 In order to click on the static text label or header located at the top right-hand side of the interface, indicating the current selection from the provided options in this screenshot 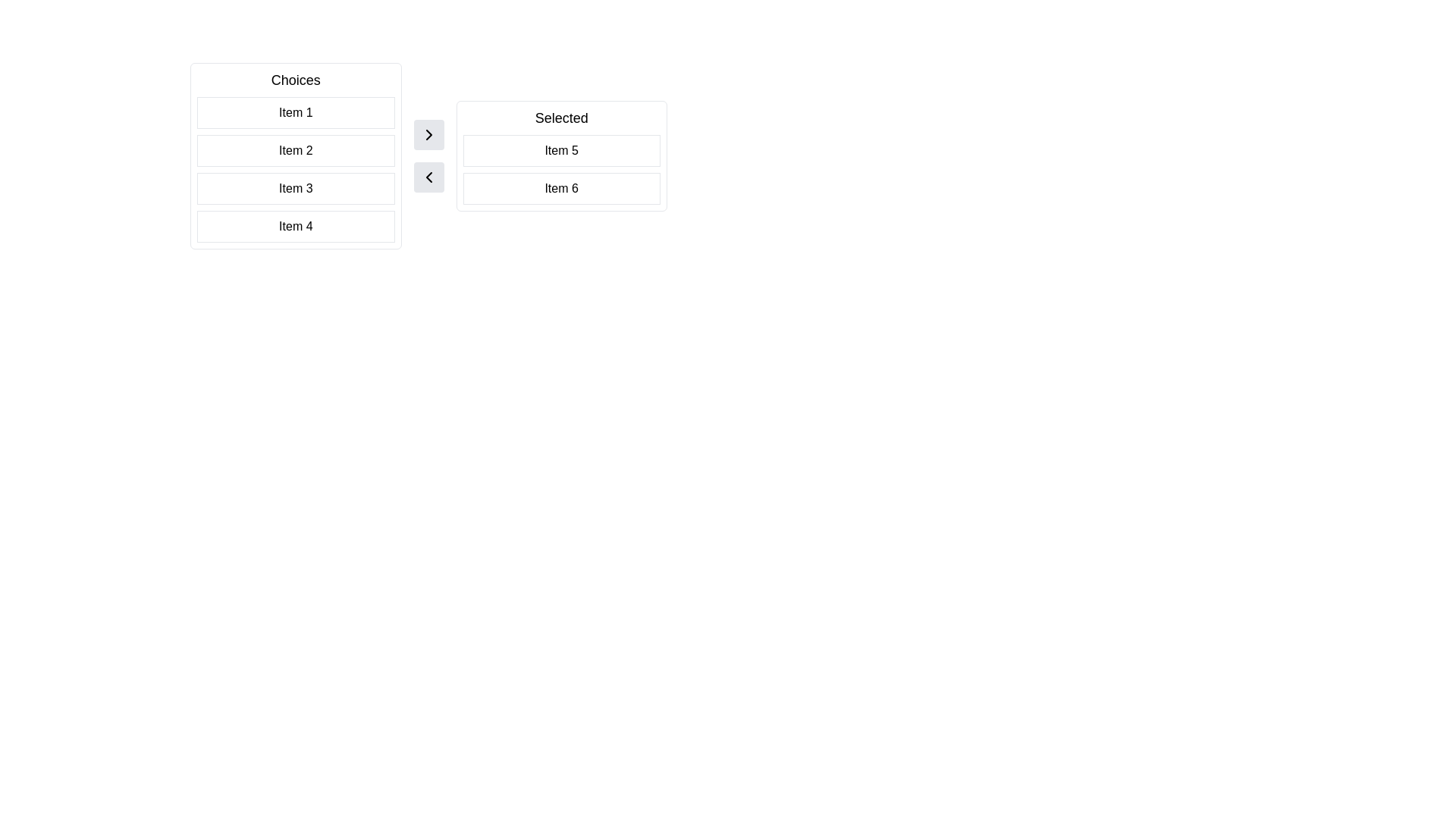, I will do `click(560, 117)`.